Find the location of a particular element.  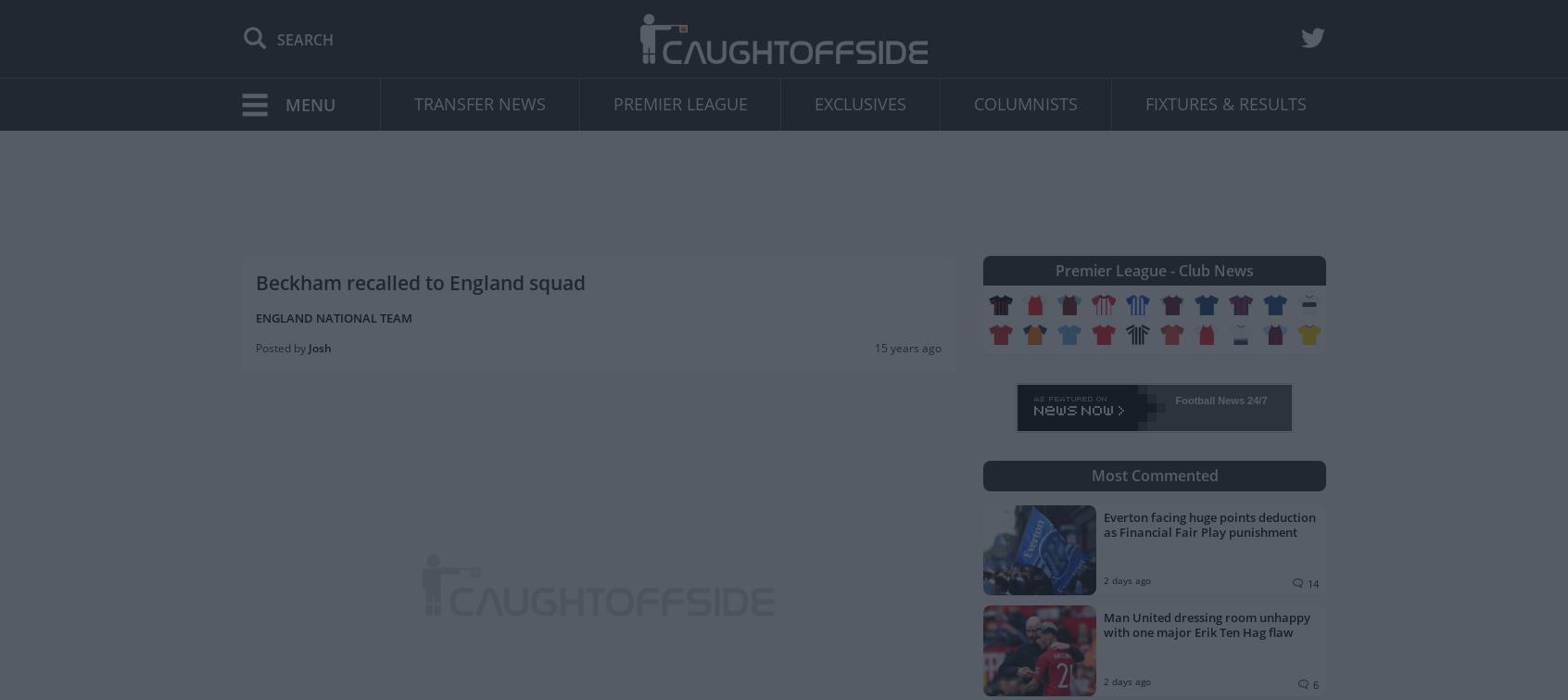

'Most Commented' is located at coordinates (1154, 475).